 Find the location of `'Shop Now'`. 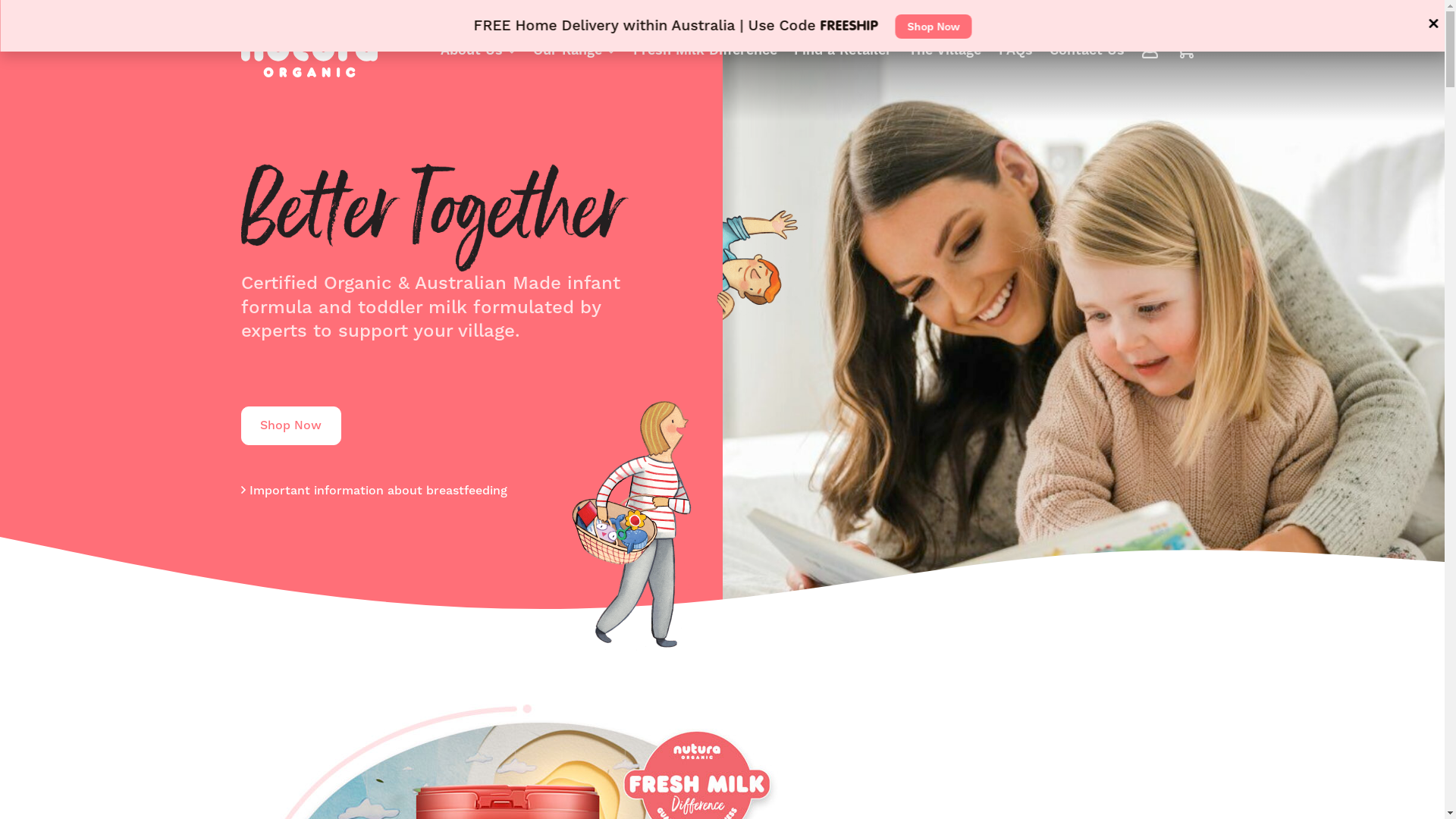

'Shop Now' is located at coordinates (291, 425).